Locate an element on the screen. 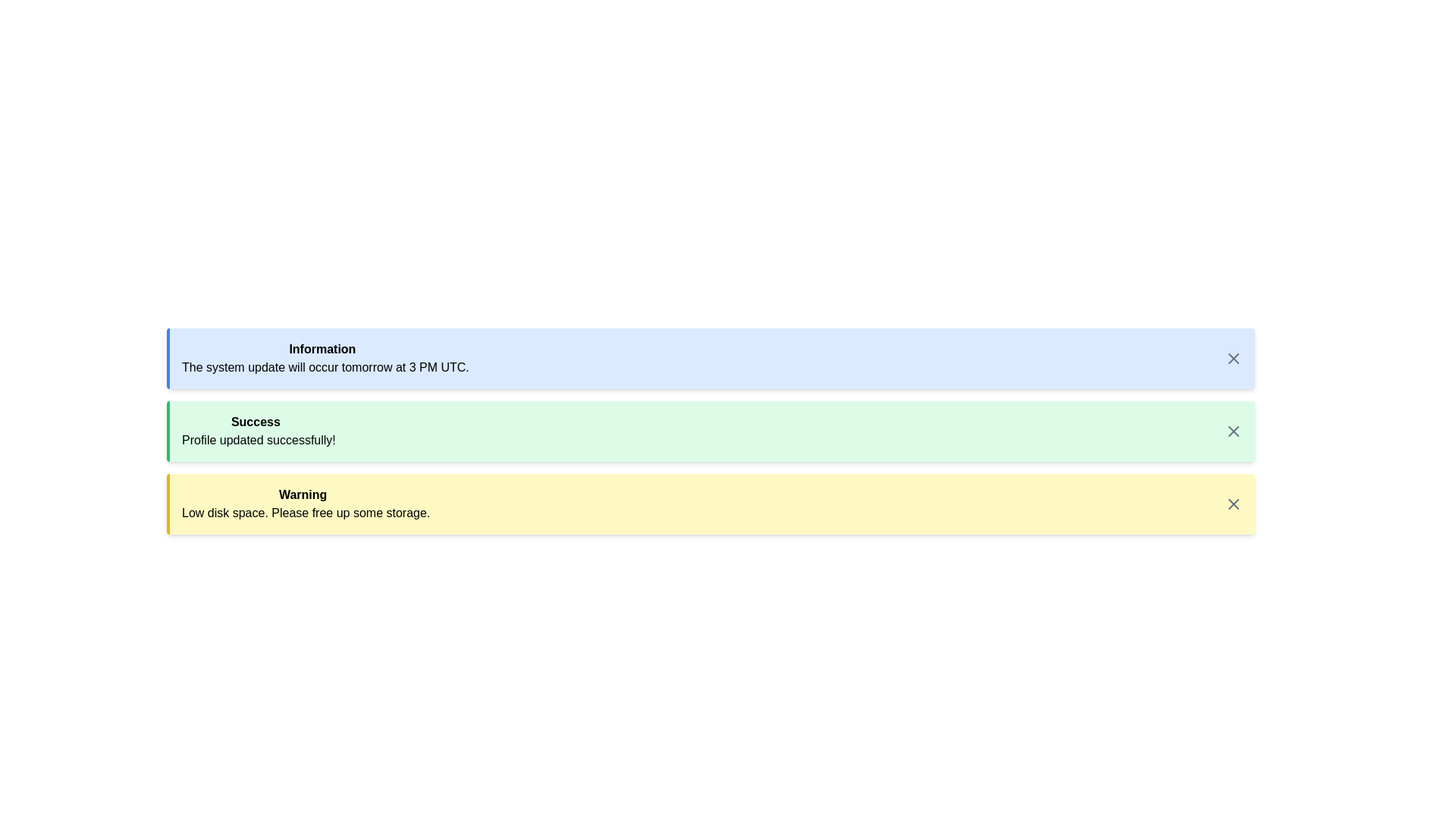 The height and width of the screenshot is (819, 1456). the text label that reads 'Profile updated successfully!' located in the lower portion of the green alert box titled 'Success' is located at coordinates (259, 441).